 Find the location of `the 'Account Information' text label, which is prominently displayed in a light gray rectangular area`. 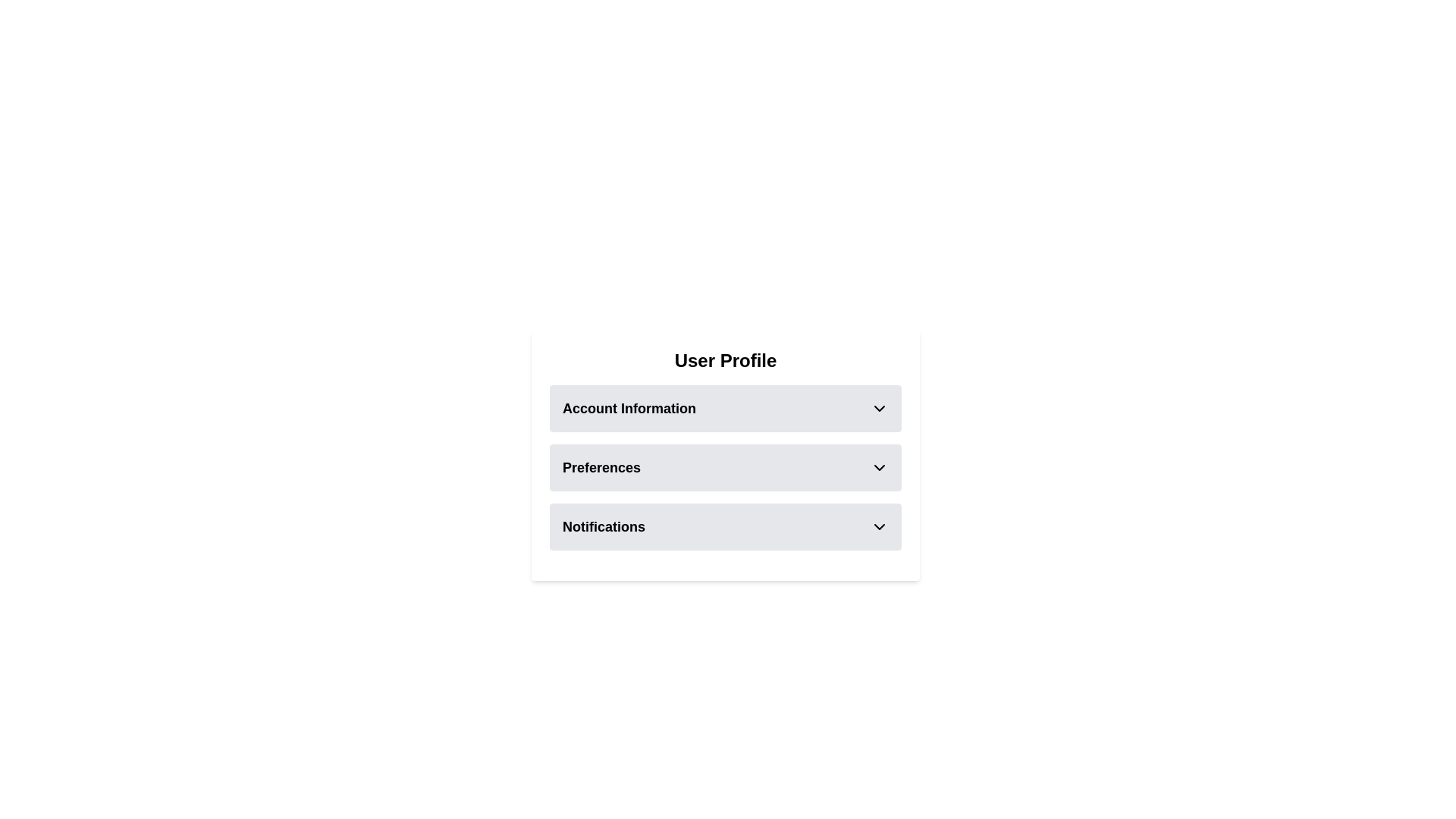

the 'Account Information' text label, which is prominently displayed in a light gray rectangular area is located at coordinates (629, 408).